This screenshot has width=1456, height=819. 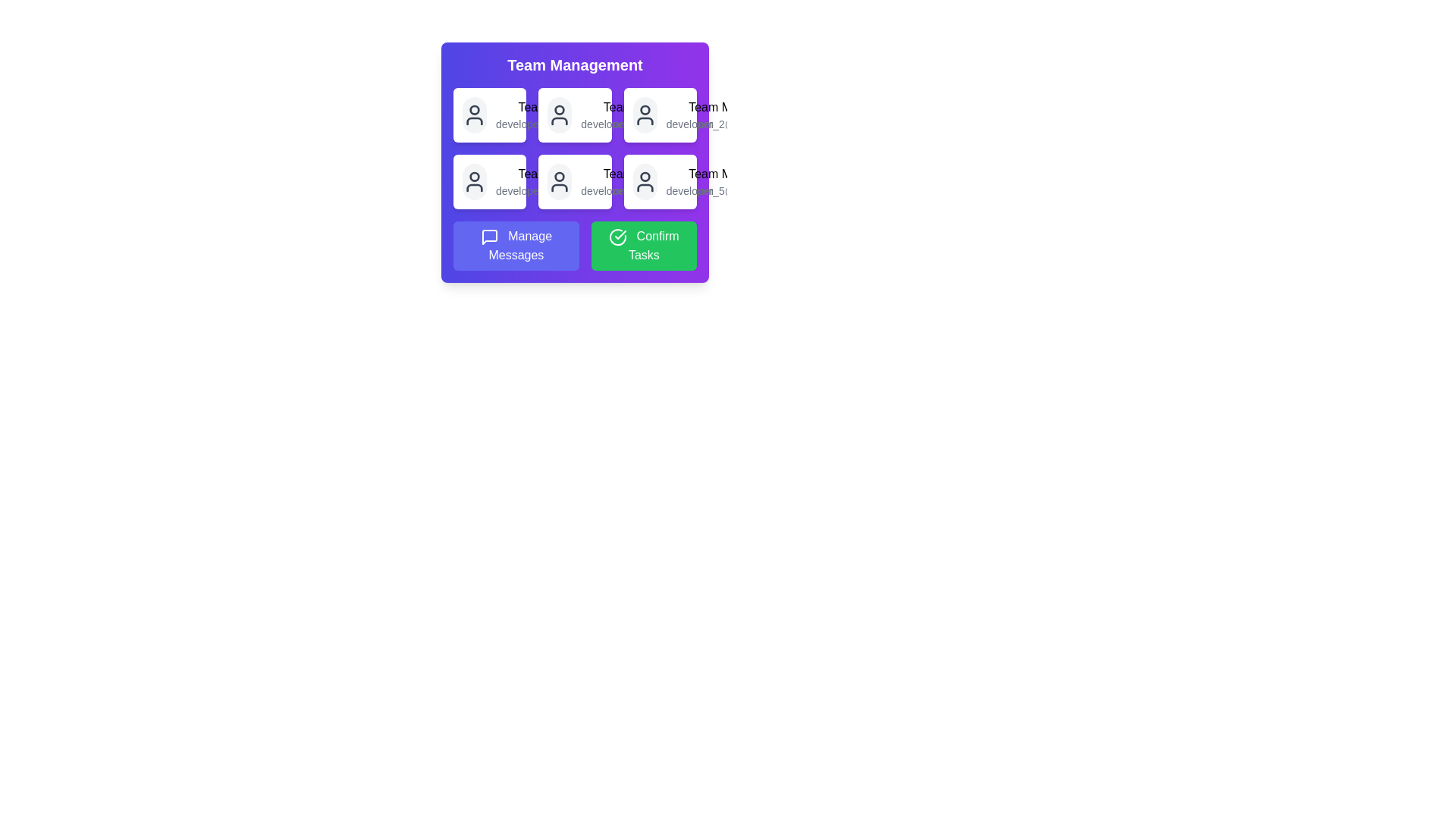 I want to click on the user icon, so click(x=473, y=114).